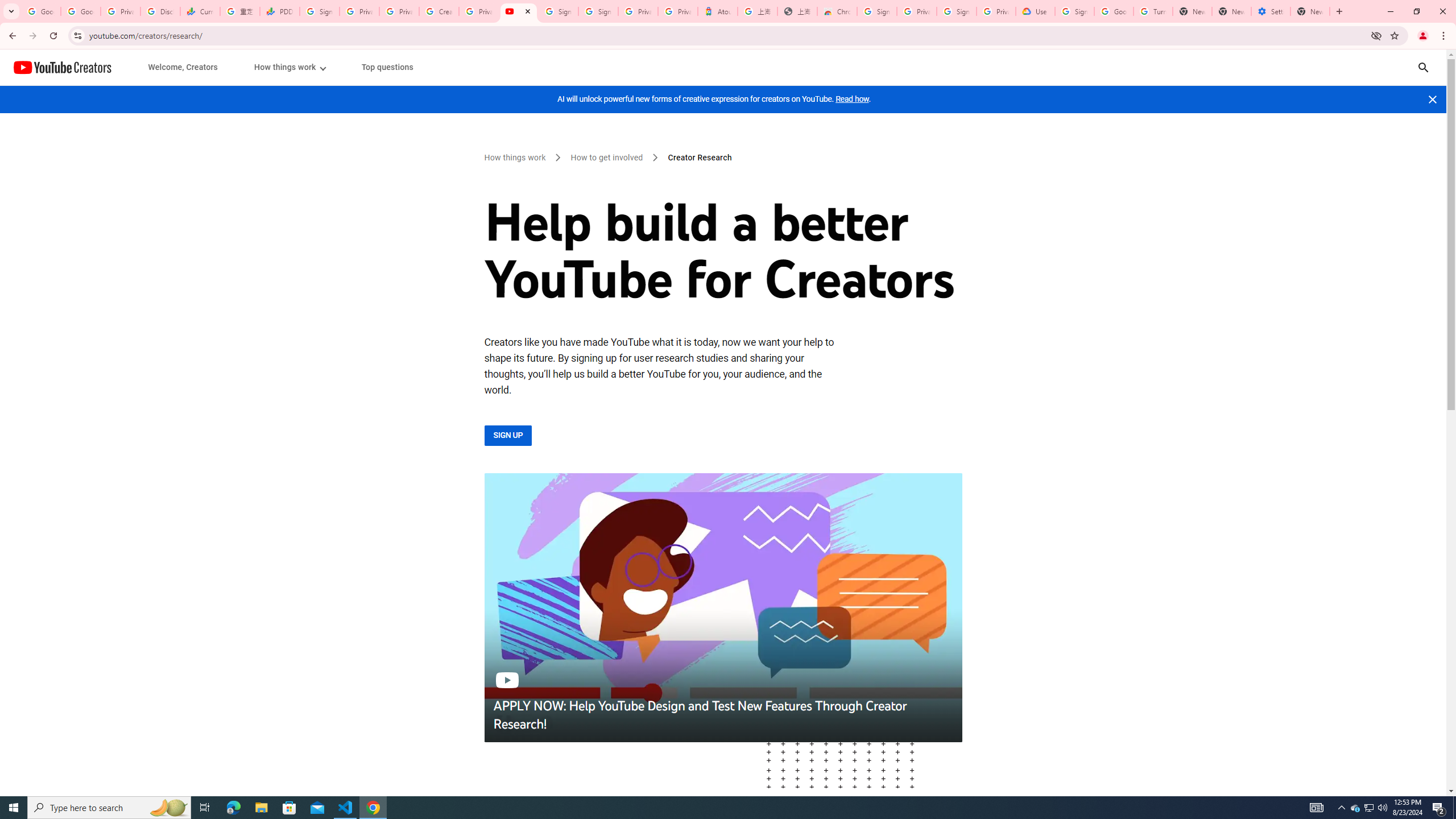  What do you see at coordinates (200, 11) in the screenshot?
I see `'Currencies - Google Finance'` at bounding box center [200, 11].